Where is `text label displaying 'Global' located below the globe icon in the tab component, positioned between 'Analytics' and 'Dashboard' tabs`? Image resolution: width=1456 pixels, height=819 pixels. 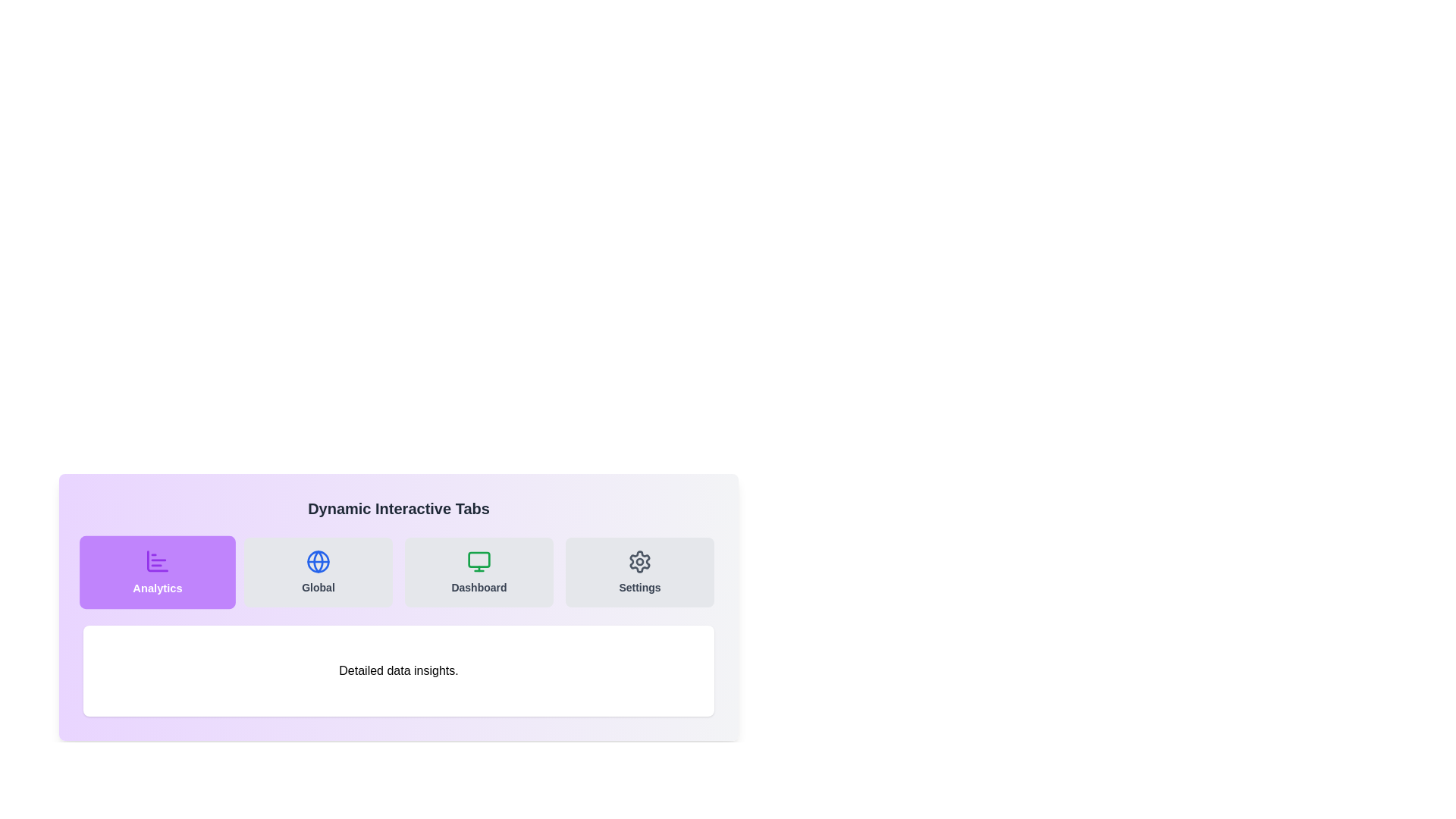
text label displaying 'Global' located below the globe icon in the tab component, positioned between 'Analytics' and 'Dashboard' tabs is located at coordinates (318, 587).